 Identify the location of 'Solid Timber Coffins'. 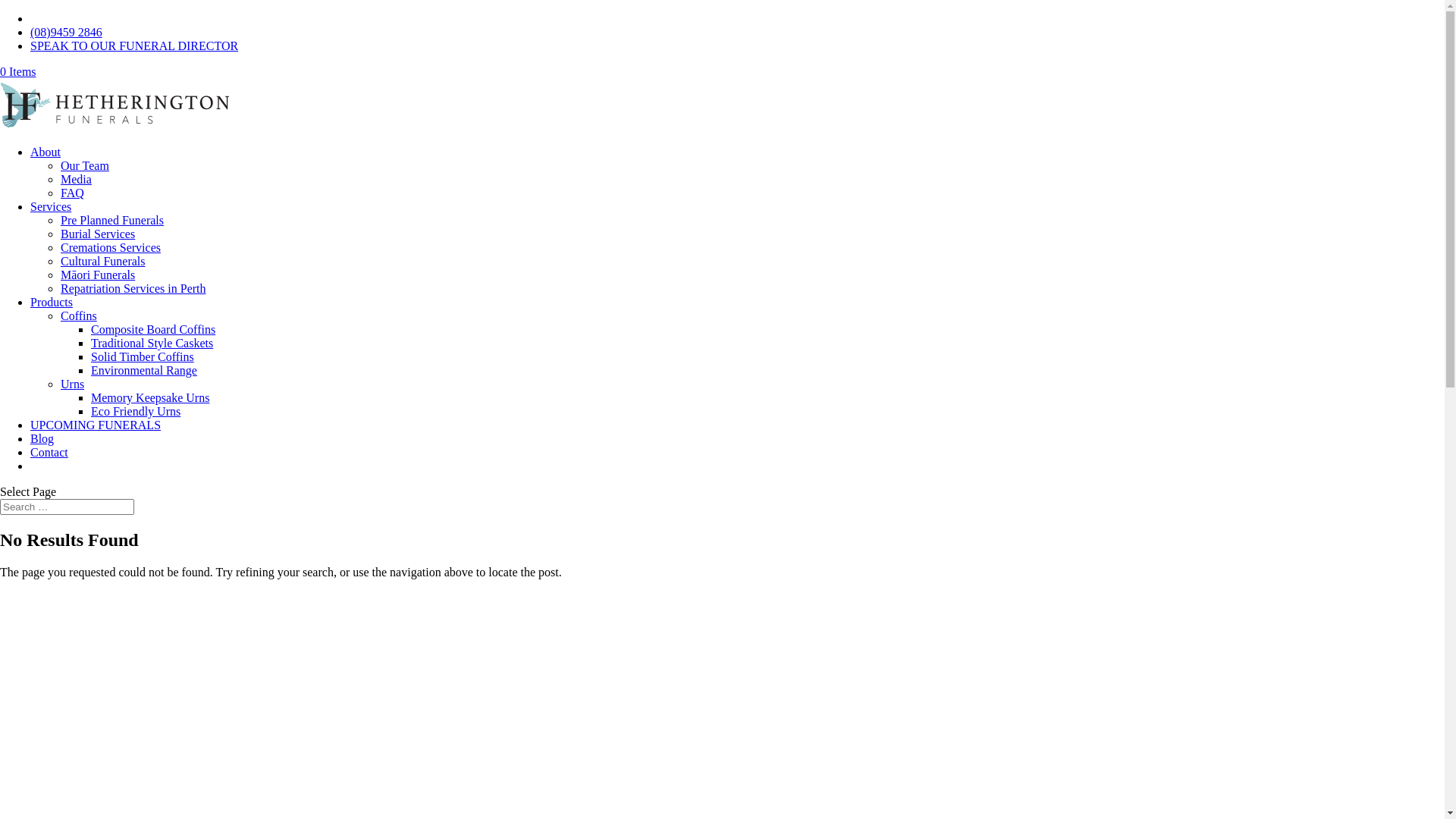
(142, 356).